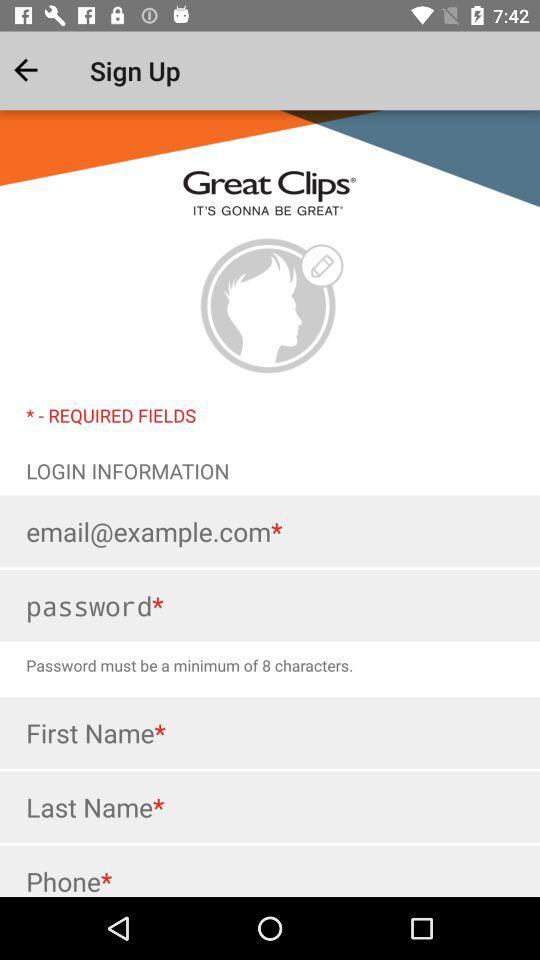  Describe the element at coordinates (270, 807) in the screenshot. I see `your last name` at that location.